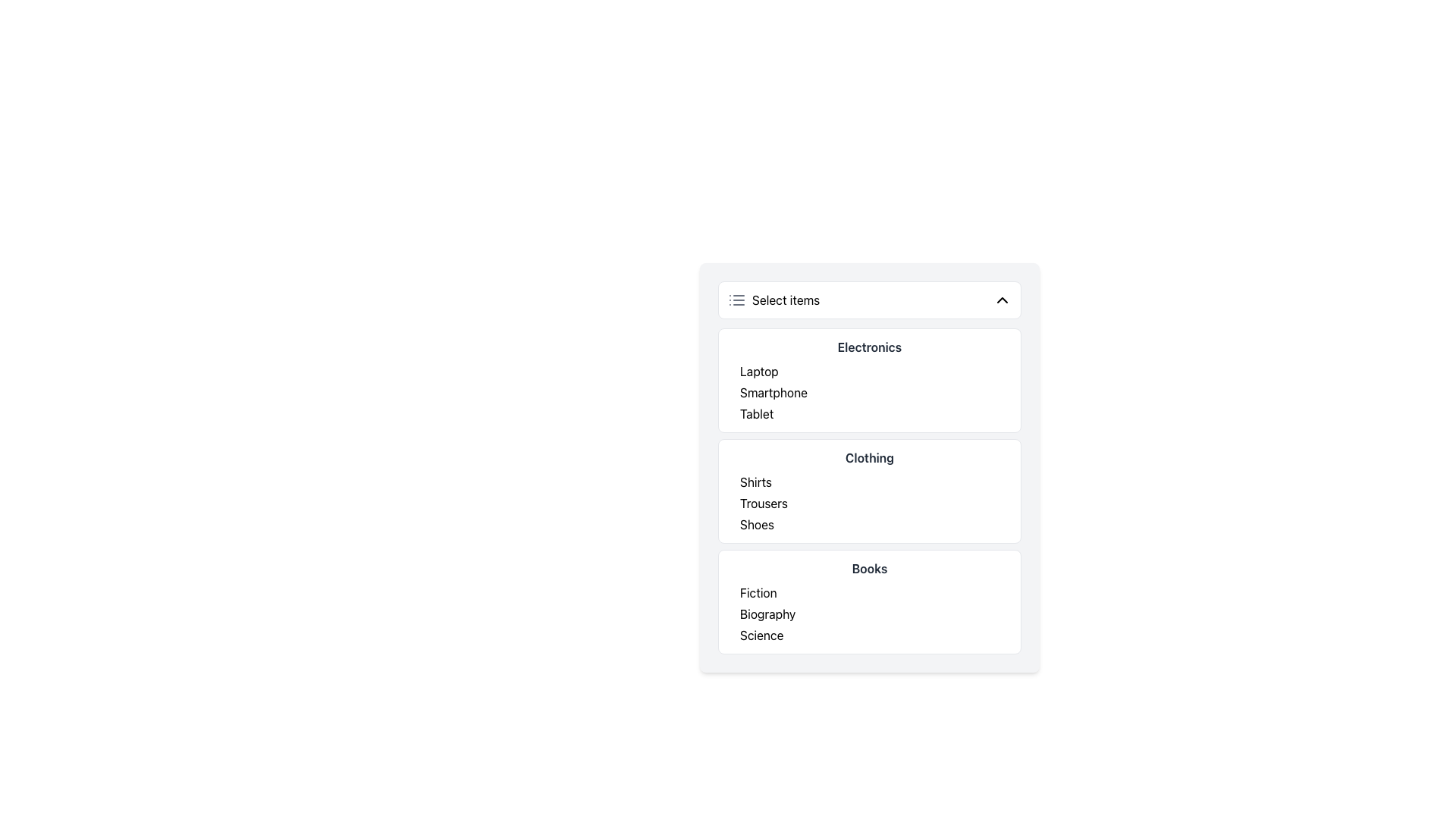 Image resolution: width=1456 pixels, height=819 pixels. Describe the element at coordinates (876, 614) in the screenshot. I see `the 'Biography' list item element, which is the second item under the 'Books' category in the selection menu` at that location.